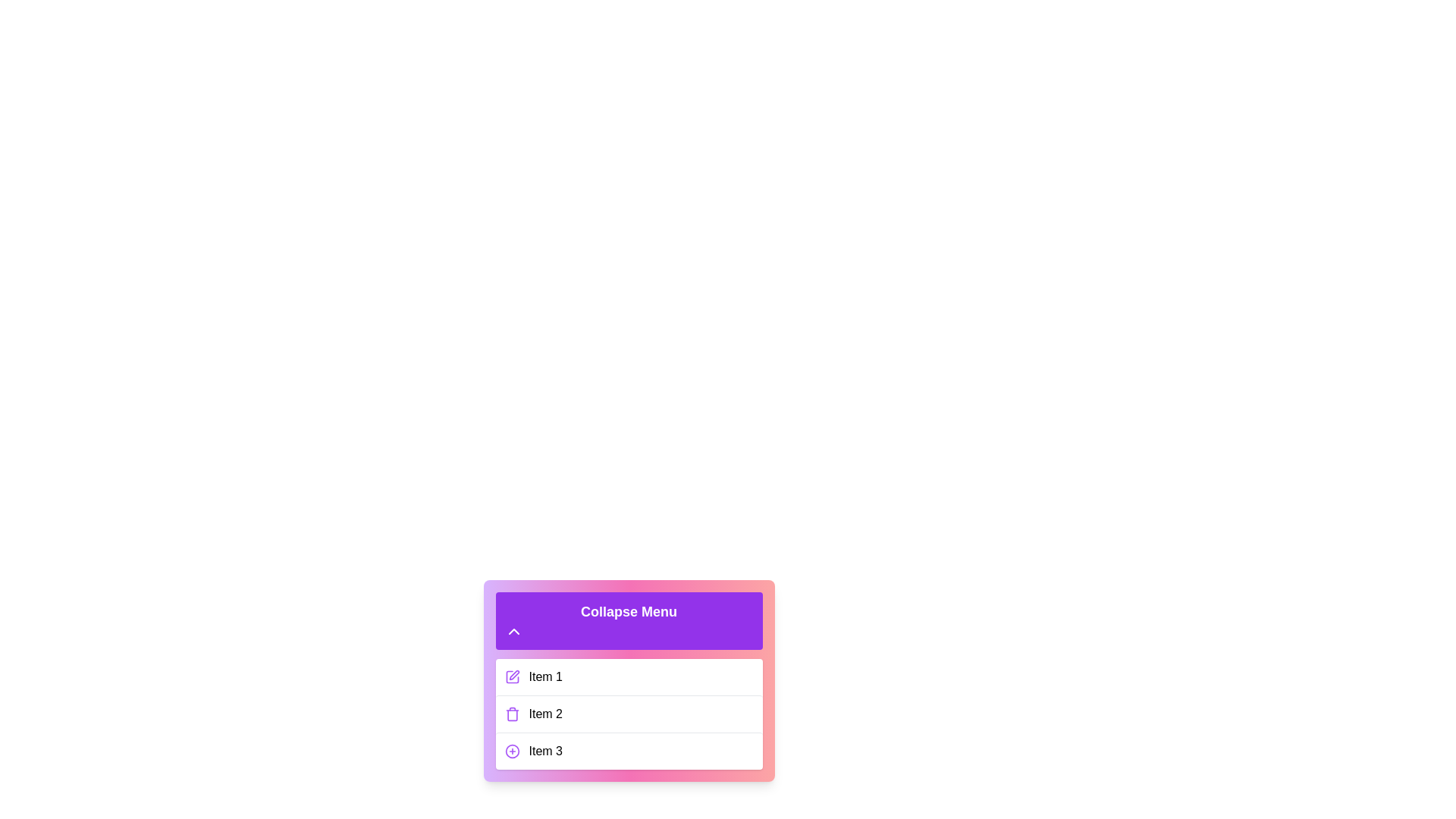  What do you see at coordinates (629, 751) in the screenshot?
I see `the menu item labeled Item 3` at bounding box center [629, 751].